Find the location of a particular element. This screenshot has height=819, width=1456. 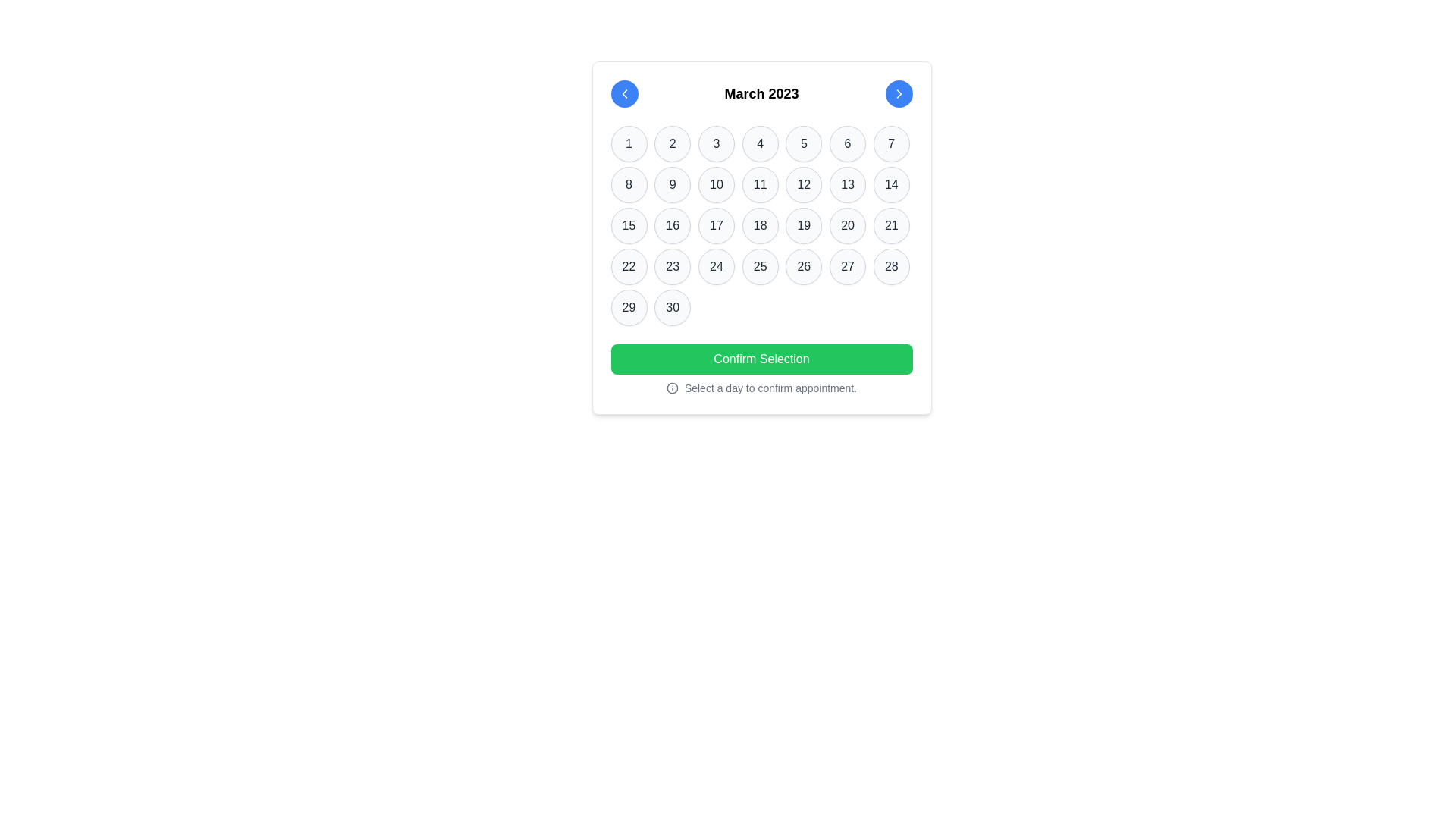

the confirmation button located at the bottom center of the calendar panel to finalize the selection is located at coordinates (761, 359).